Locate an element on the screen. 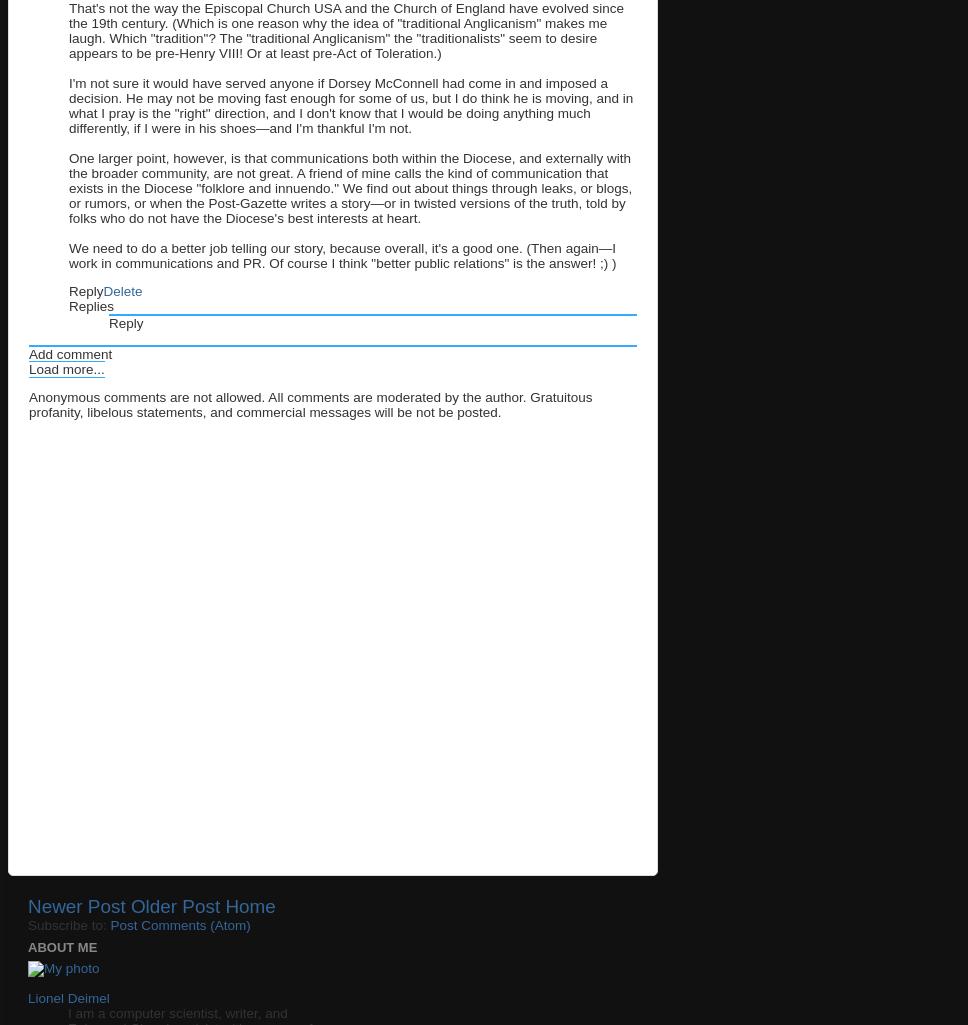 This screenshot has width=968, height=1025. 'Home' is located at coordinates (223, 905).